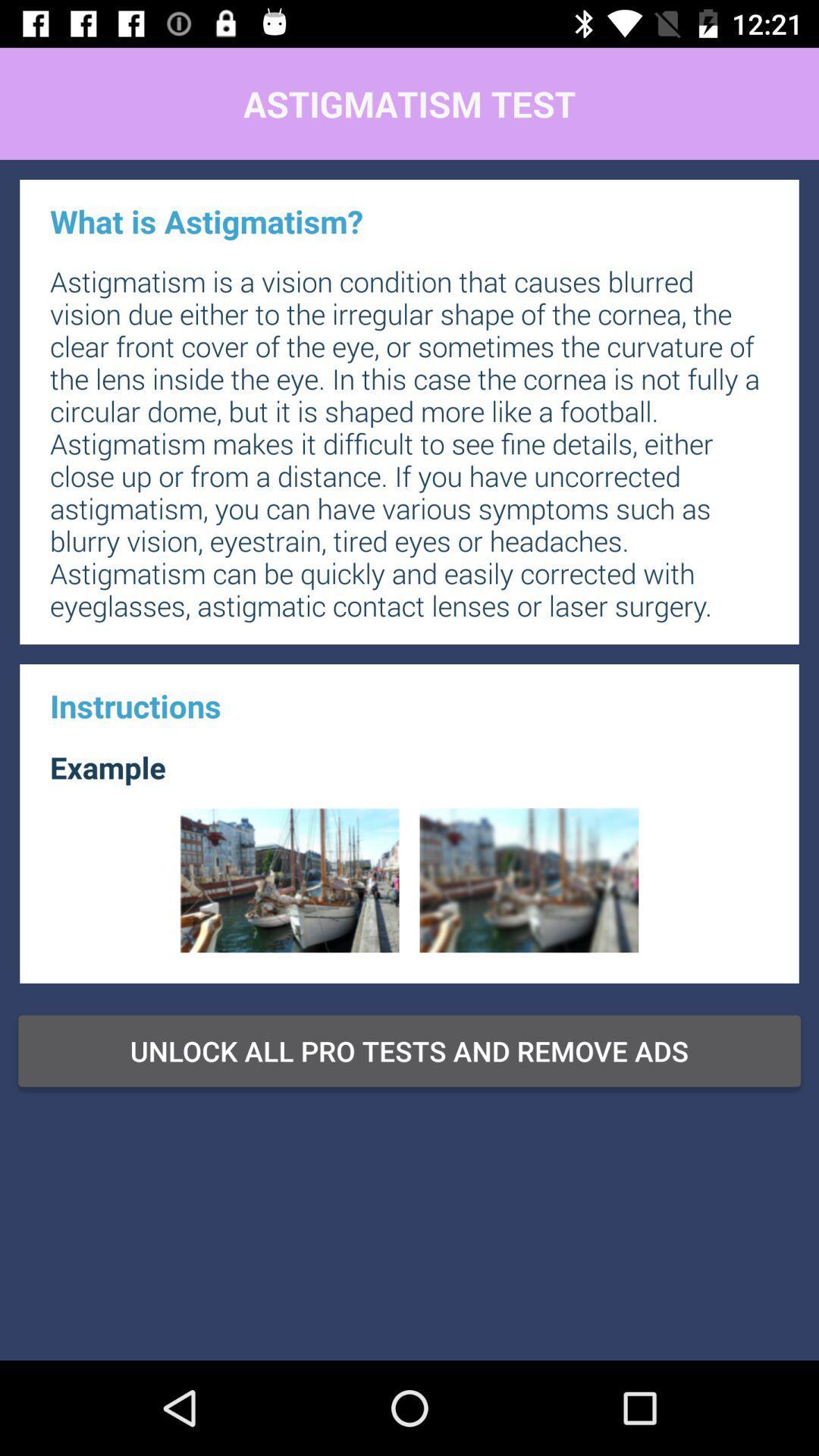  I want to click on the unlock all pro, so click(409, 1050).